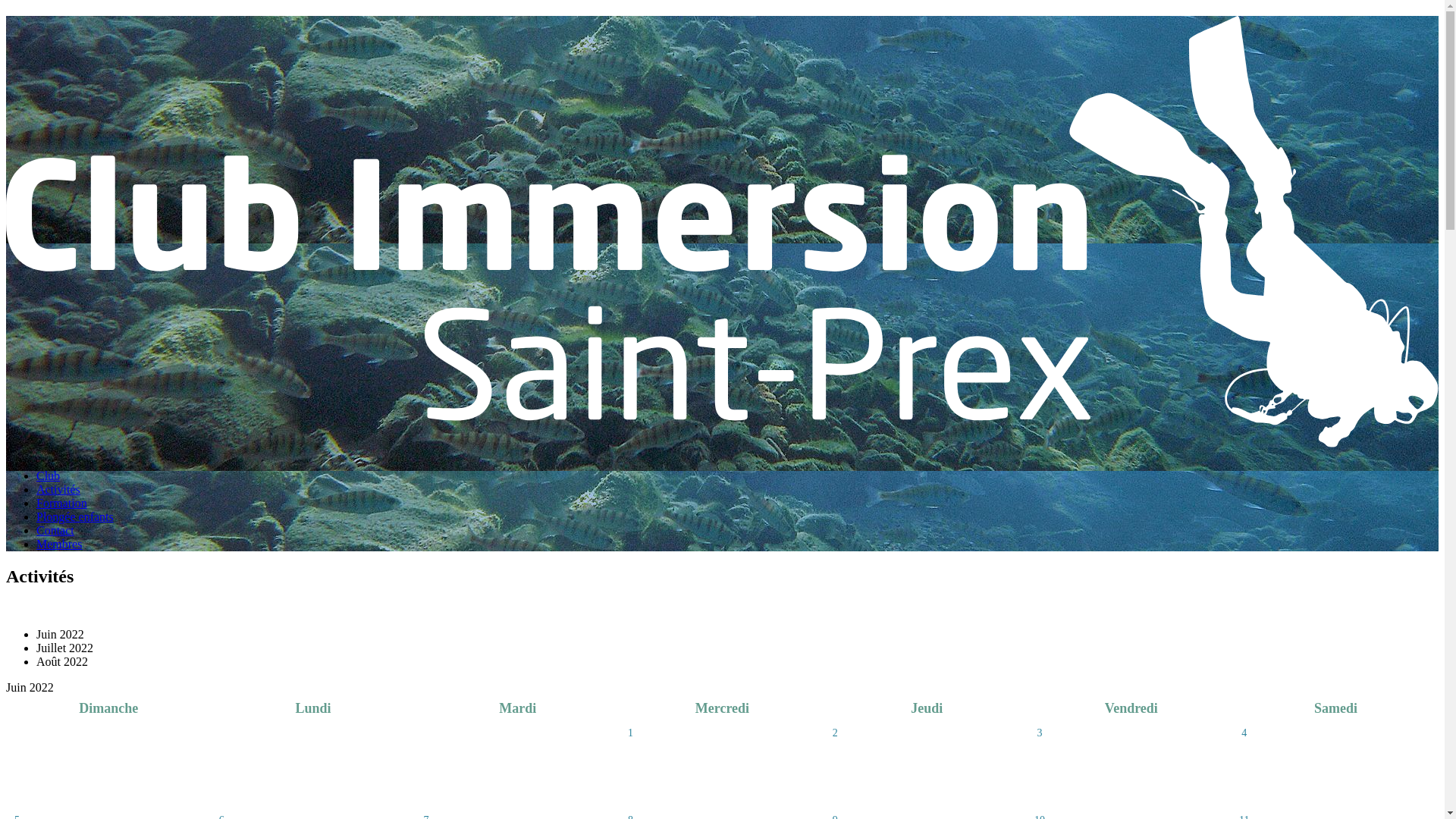 The image size is (1456, 819). Describe the element at coordinates (58, 543) in the screenshot. I see `'Membres'` at that location.